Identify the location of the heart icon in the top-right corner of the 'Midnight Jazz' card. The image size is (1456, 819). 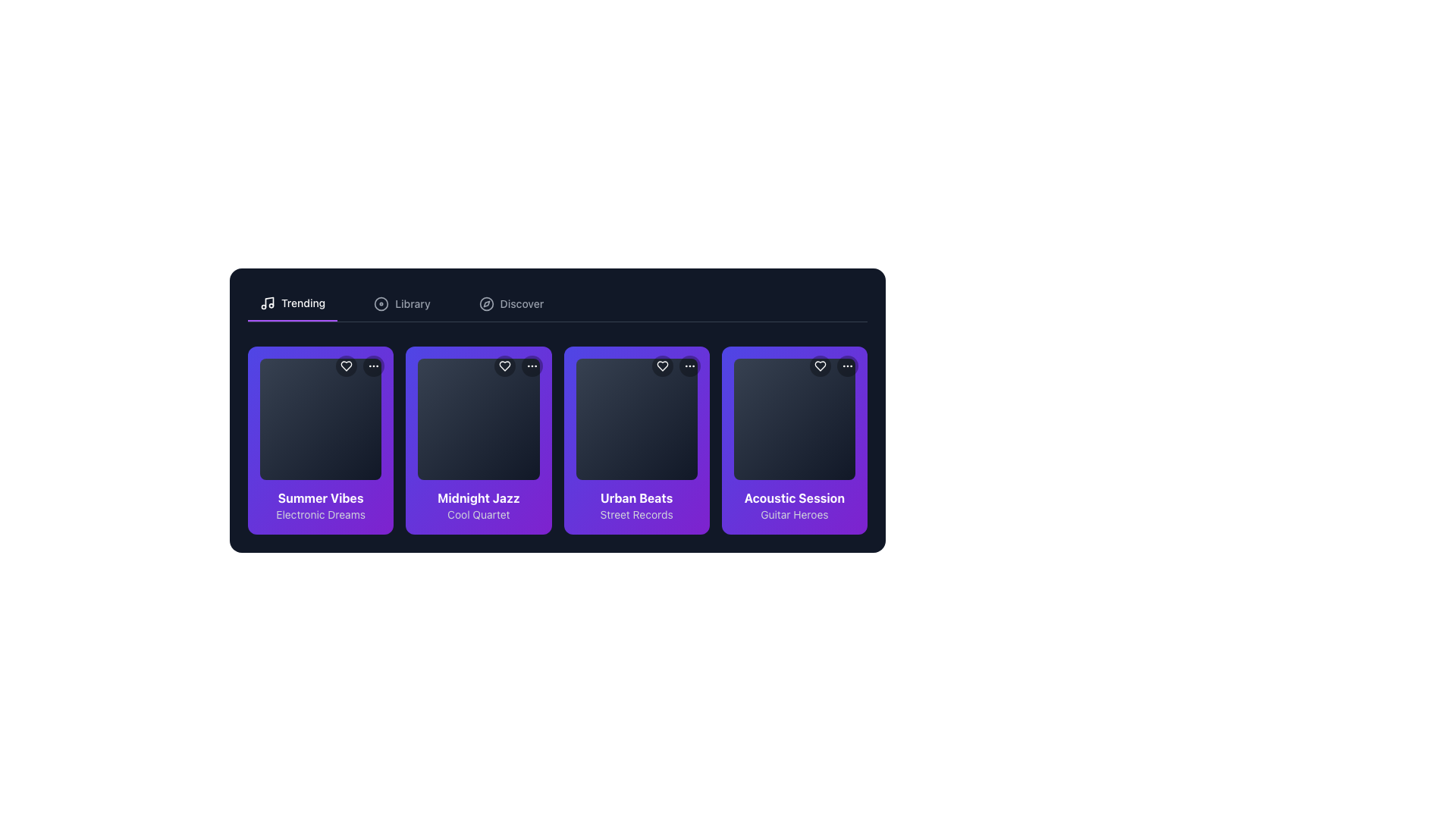
(504, 366).